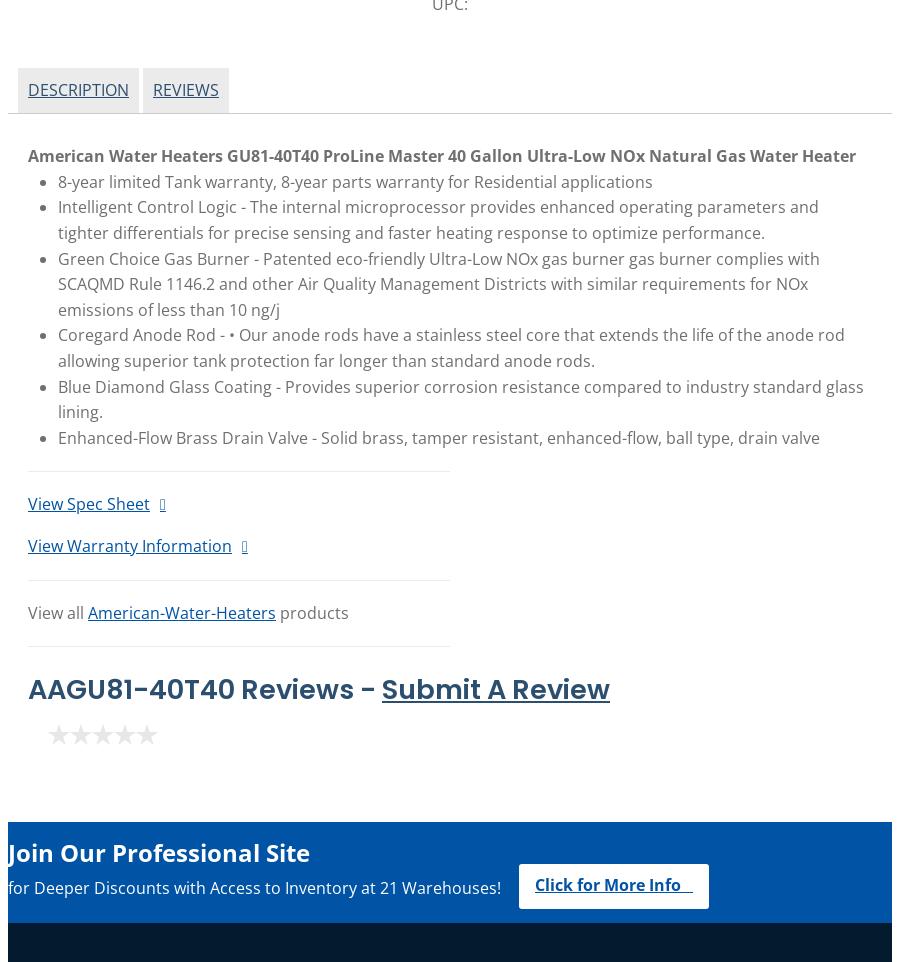 Image resolution: width=900 pixels, height=962 pixels. What do you see at coordinates (255, 885) in the screenshot?
I see `'for Deeper Discounts with Access to Inventory at 21 Warehouses!'` at bounding box center [255, 885].